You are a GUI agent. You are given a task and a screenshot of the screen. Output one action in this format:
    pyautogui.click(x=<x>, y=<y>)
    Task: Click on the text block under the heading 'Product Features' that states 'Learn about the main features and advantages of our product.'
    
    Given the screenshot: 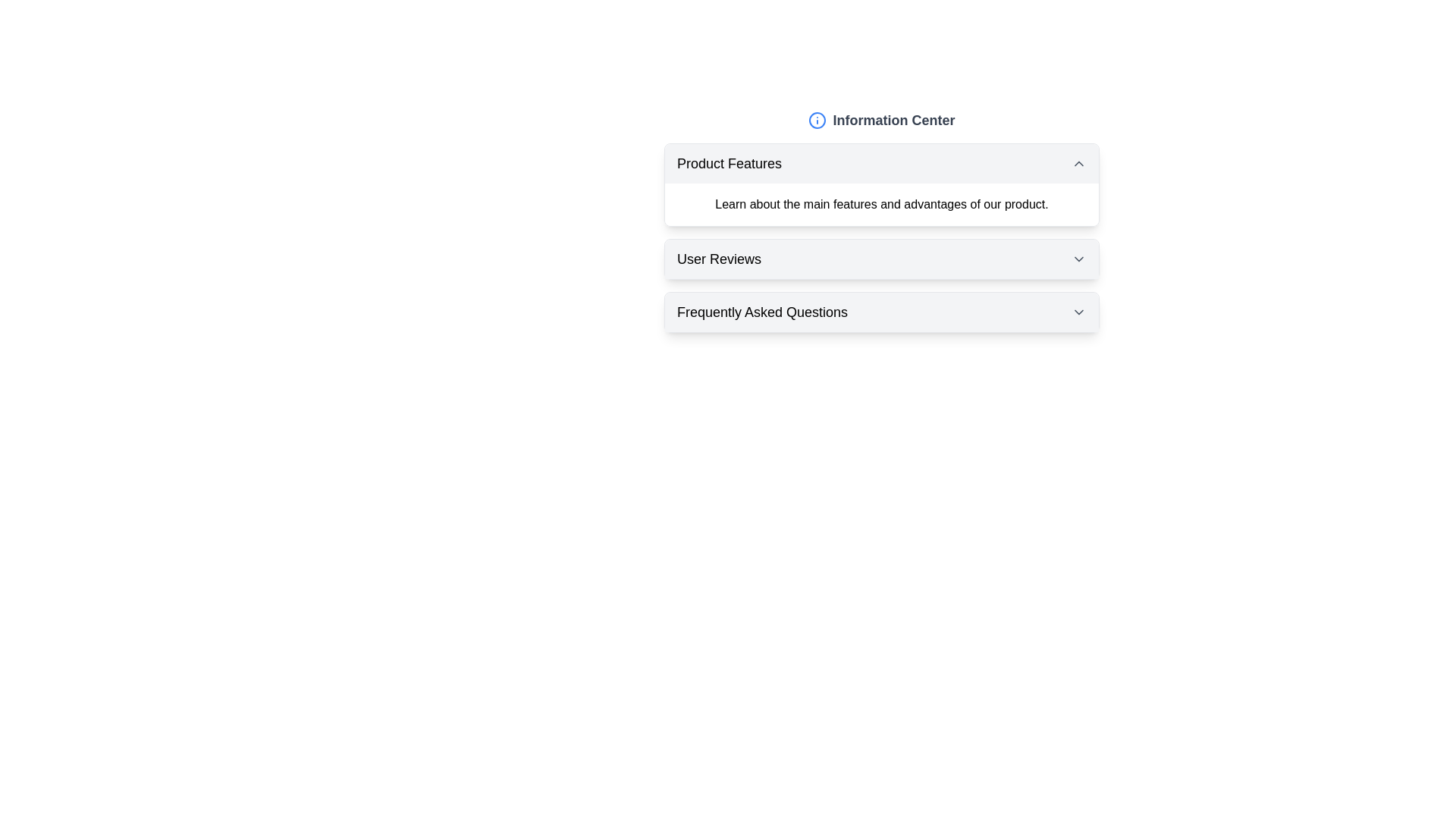 What is the action you would take?
    pyautogui.click(x=881, y=221)
    